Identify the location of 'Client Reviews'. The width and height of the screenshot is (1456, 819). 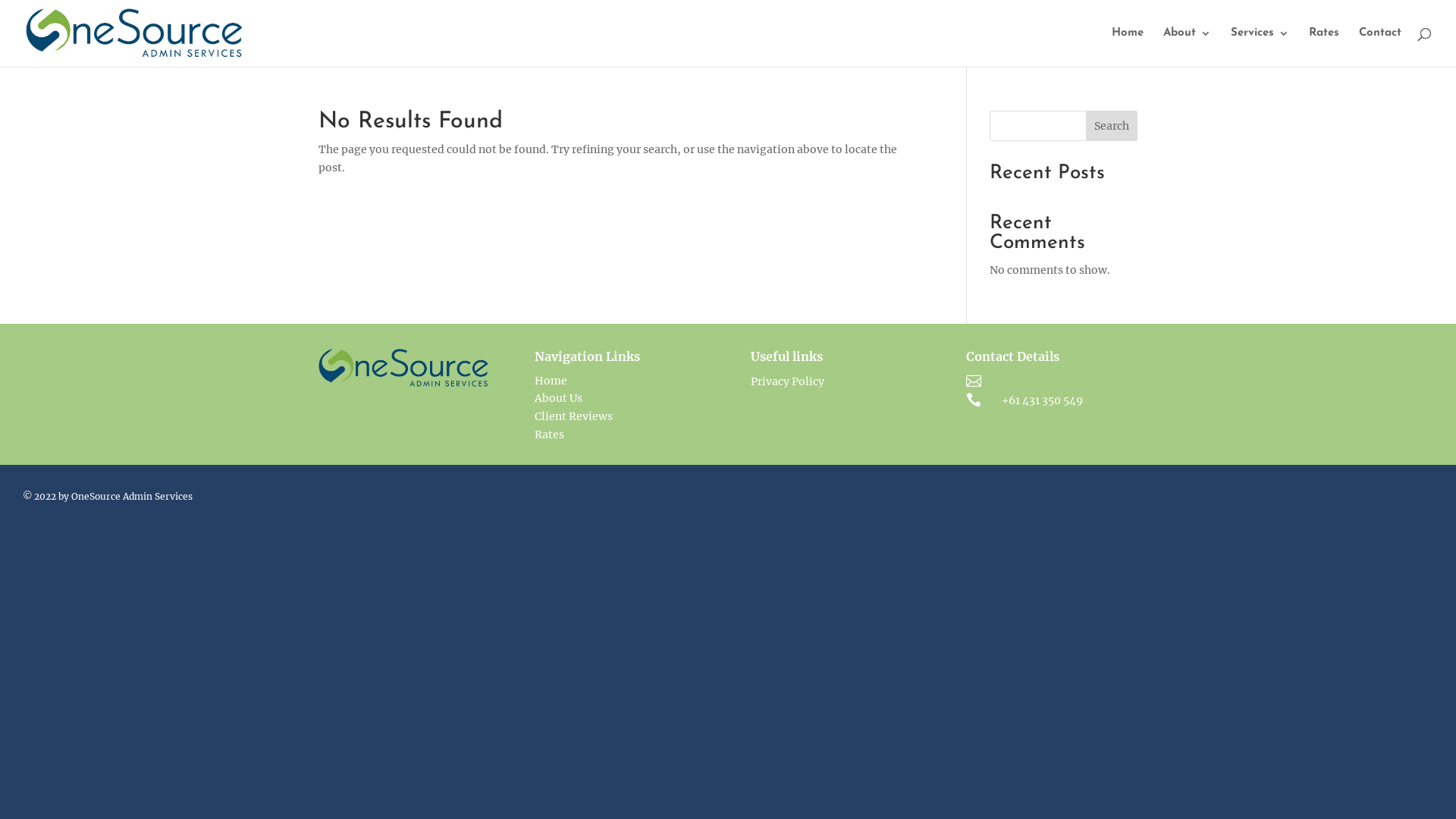
(573, 416).